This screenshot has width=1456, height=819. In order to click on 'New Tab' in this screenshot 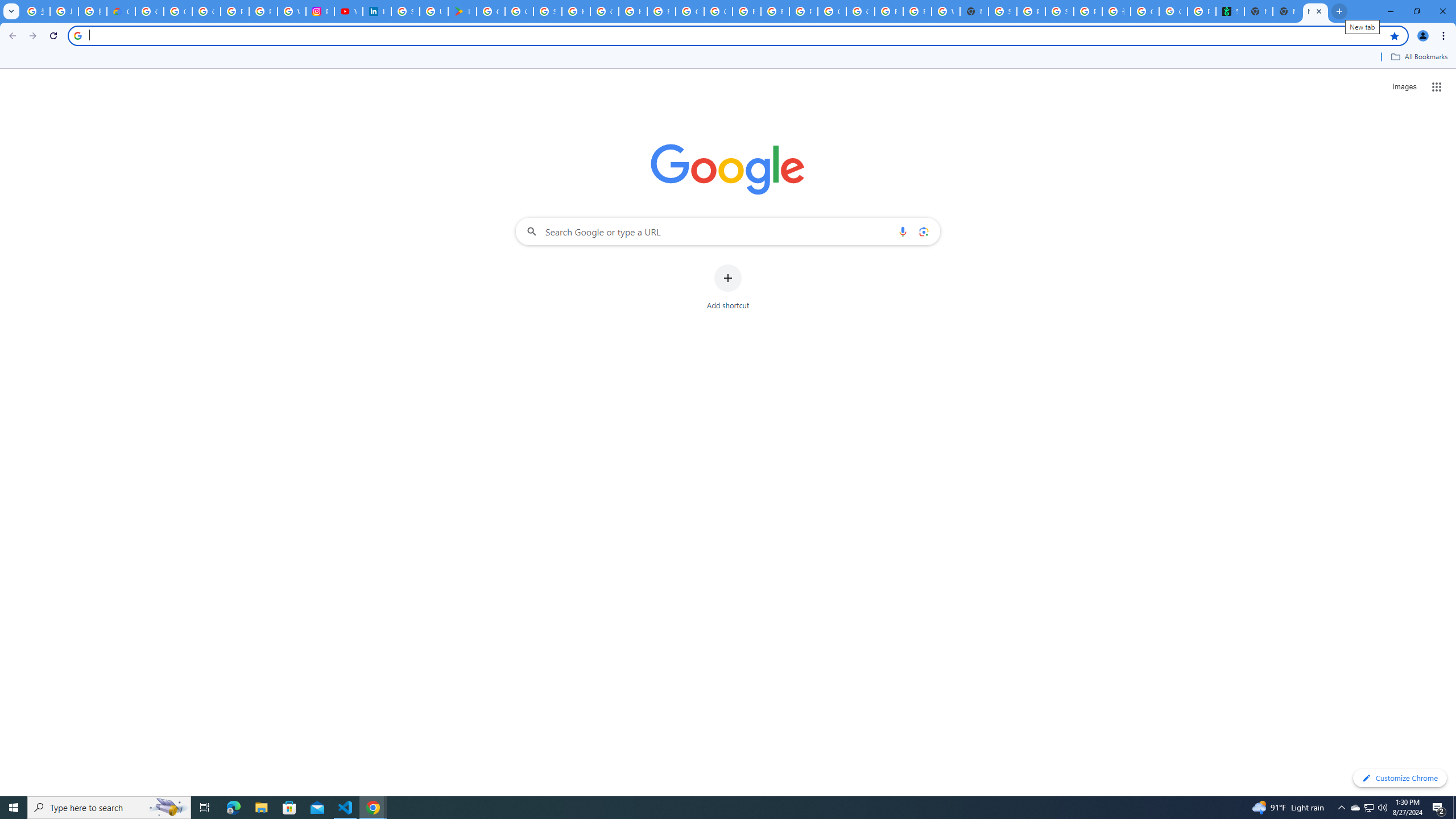, I will do `click(1287, 11)`.